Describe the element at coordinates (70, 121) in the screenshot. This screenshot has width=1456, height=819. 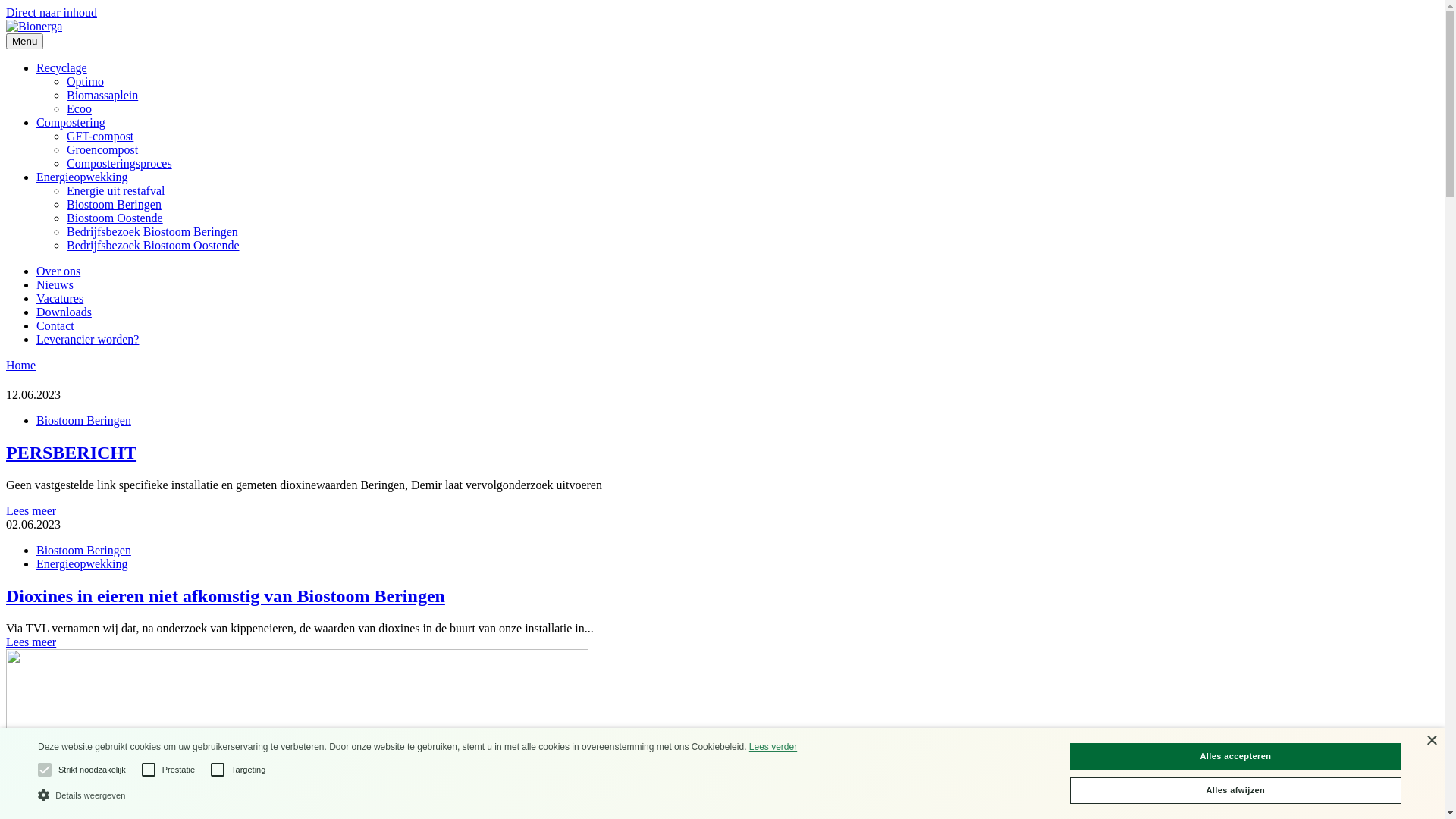
I see `'Compostering'` at that location.